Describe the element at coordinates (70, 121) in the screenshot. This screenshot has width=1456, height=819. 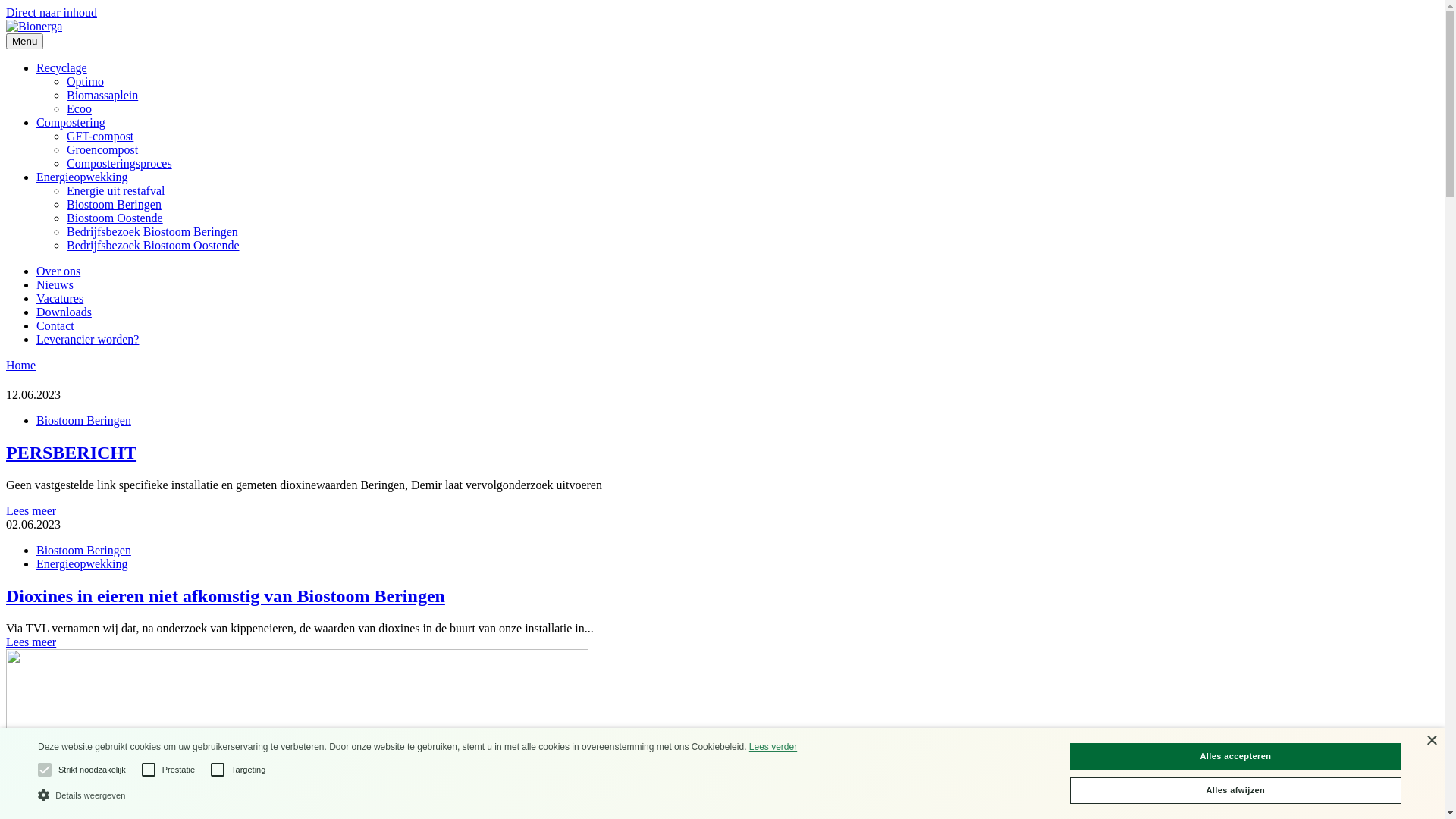
I see `'Compostering'` at that location.